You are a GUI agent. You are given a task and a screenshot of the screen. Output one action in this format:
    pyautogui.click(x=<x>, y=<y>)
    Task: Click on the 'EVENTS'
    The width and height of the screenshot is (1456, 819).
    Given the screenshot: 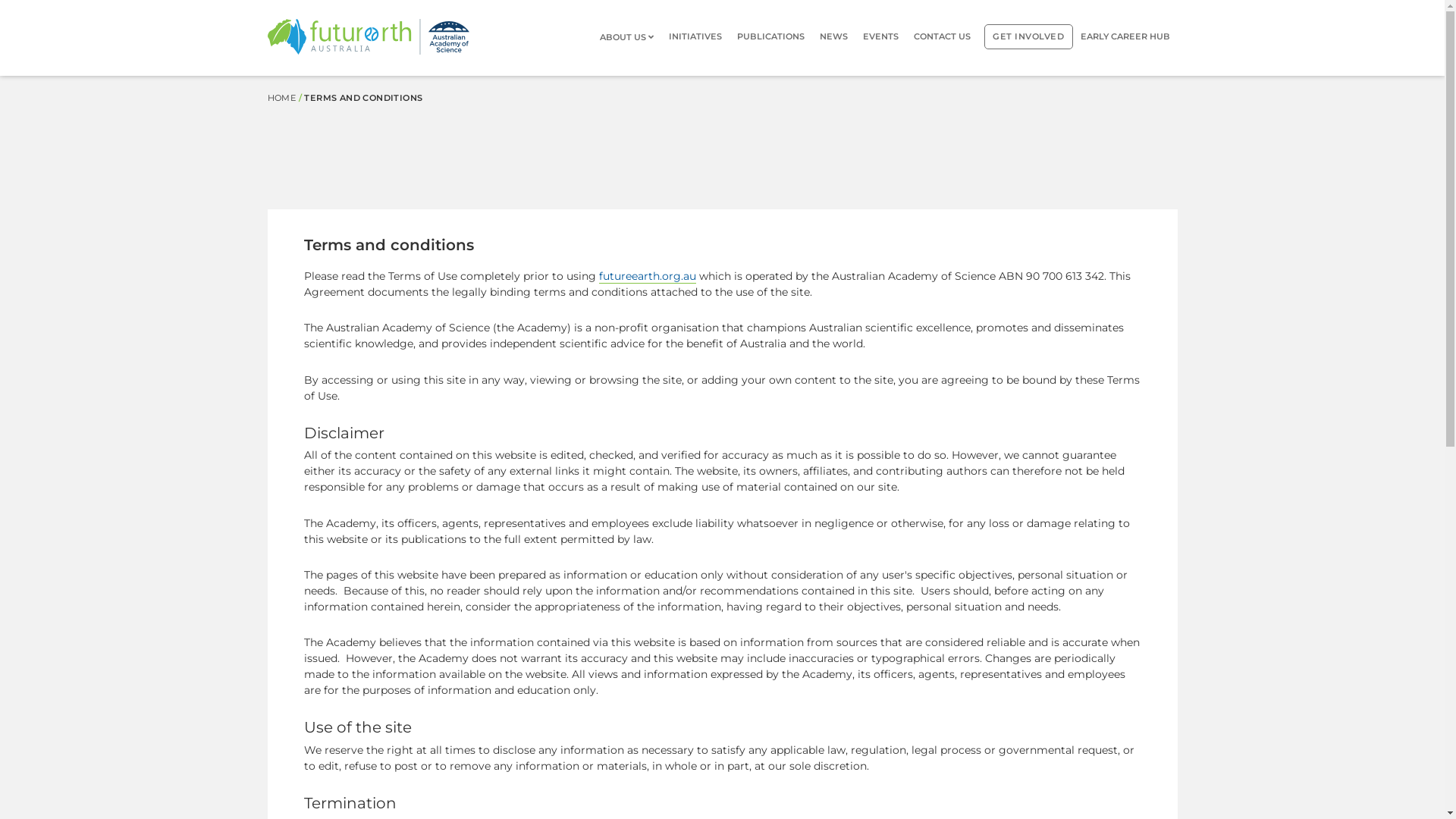 What is the action you would take?
    pyautogui.click(x=880, y=36)
    